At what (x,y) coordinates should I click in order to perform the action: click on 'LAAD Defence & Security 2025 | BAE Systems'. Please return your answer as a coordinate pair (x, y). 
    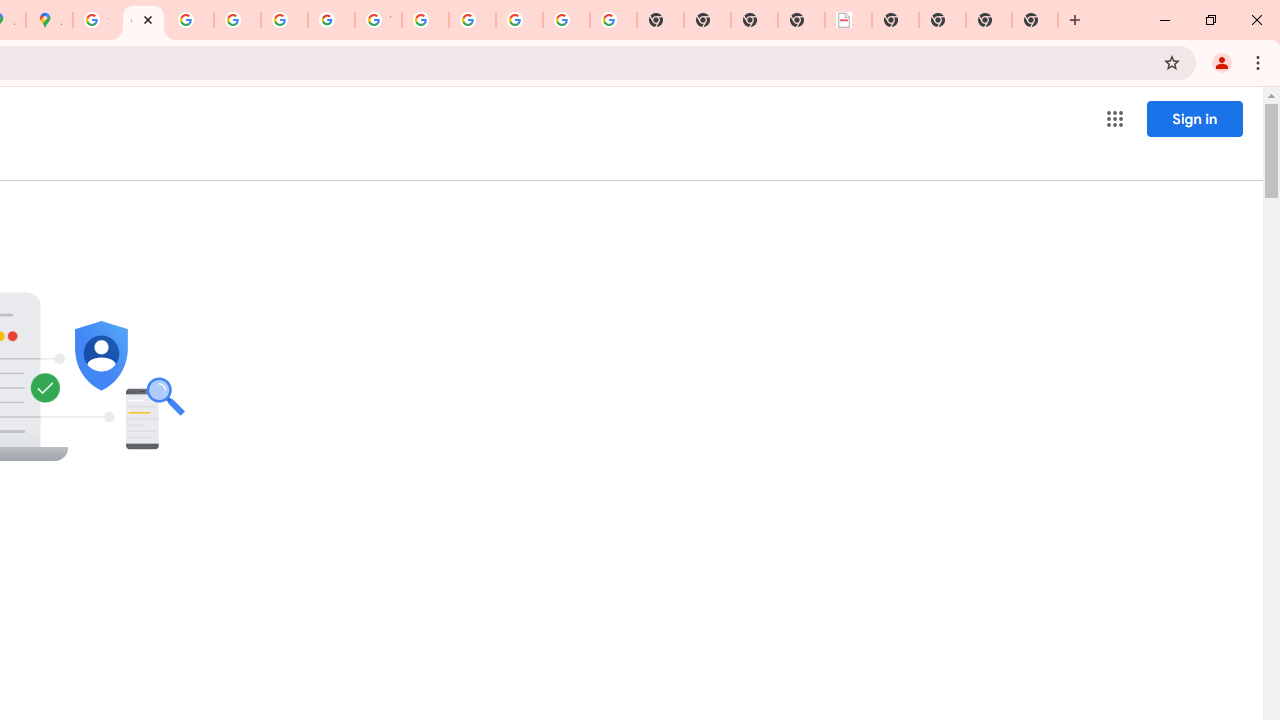
    Looking at the image, I should click on (848, 20).